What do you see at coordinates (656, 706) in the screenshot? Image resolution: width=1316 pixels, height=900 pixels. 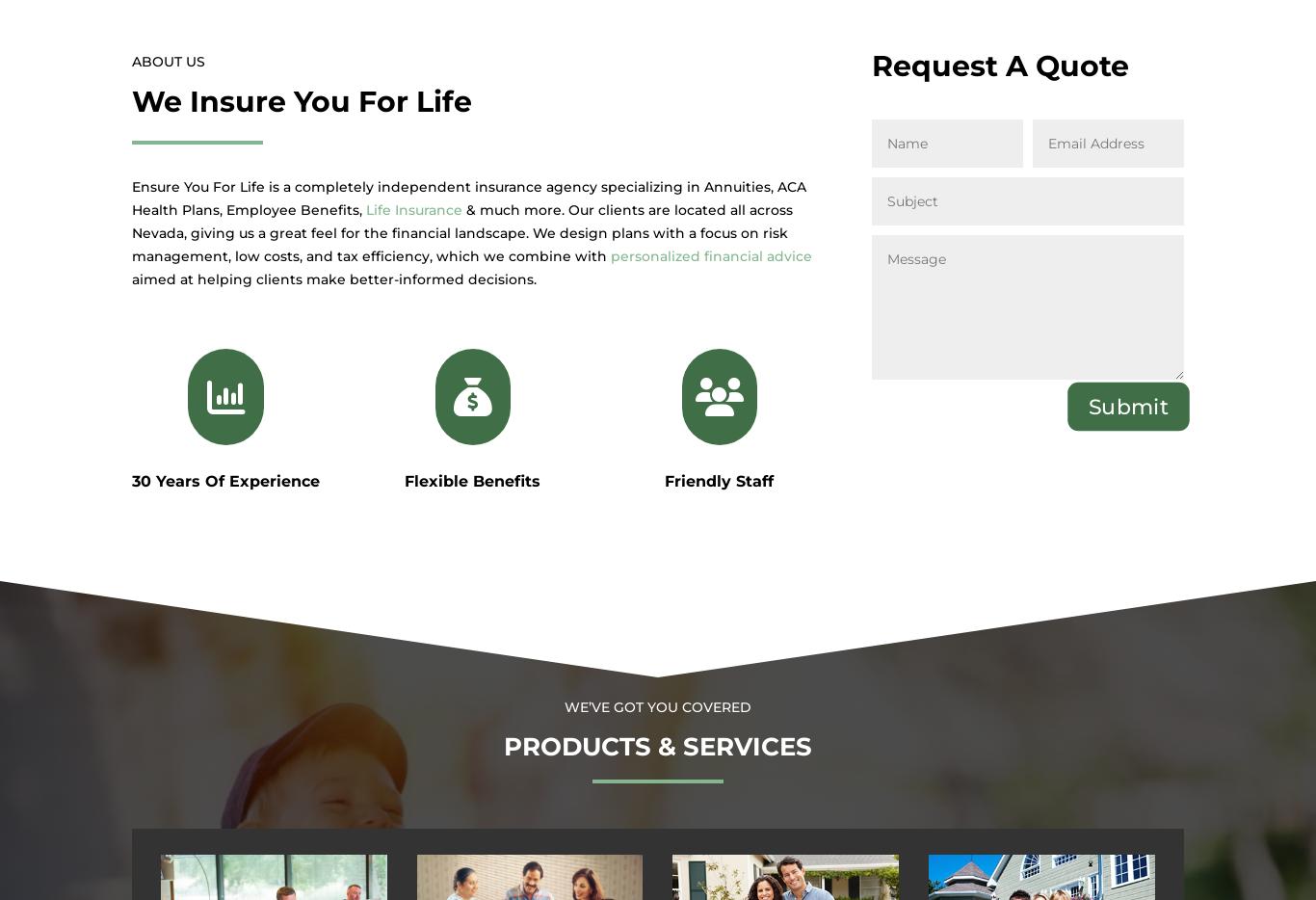 I see `'We’ve Got You Covered'` at bounding box center [656, 706].